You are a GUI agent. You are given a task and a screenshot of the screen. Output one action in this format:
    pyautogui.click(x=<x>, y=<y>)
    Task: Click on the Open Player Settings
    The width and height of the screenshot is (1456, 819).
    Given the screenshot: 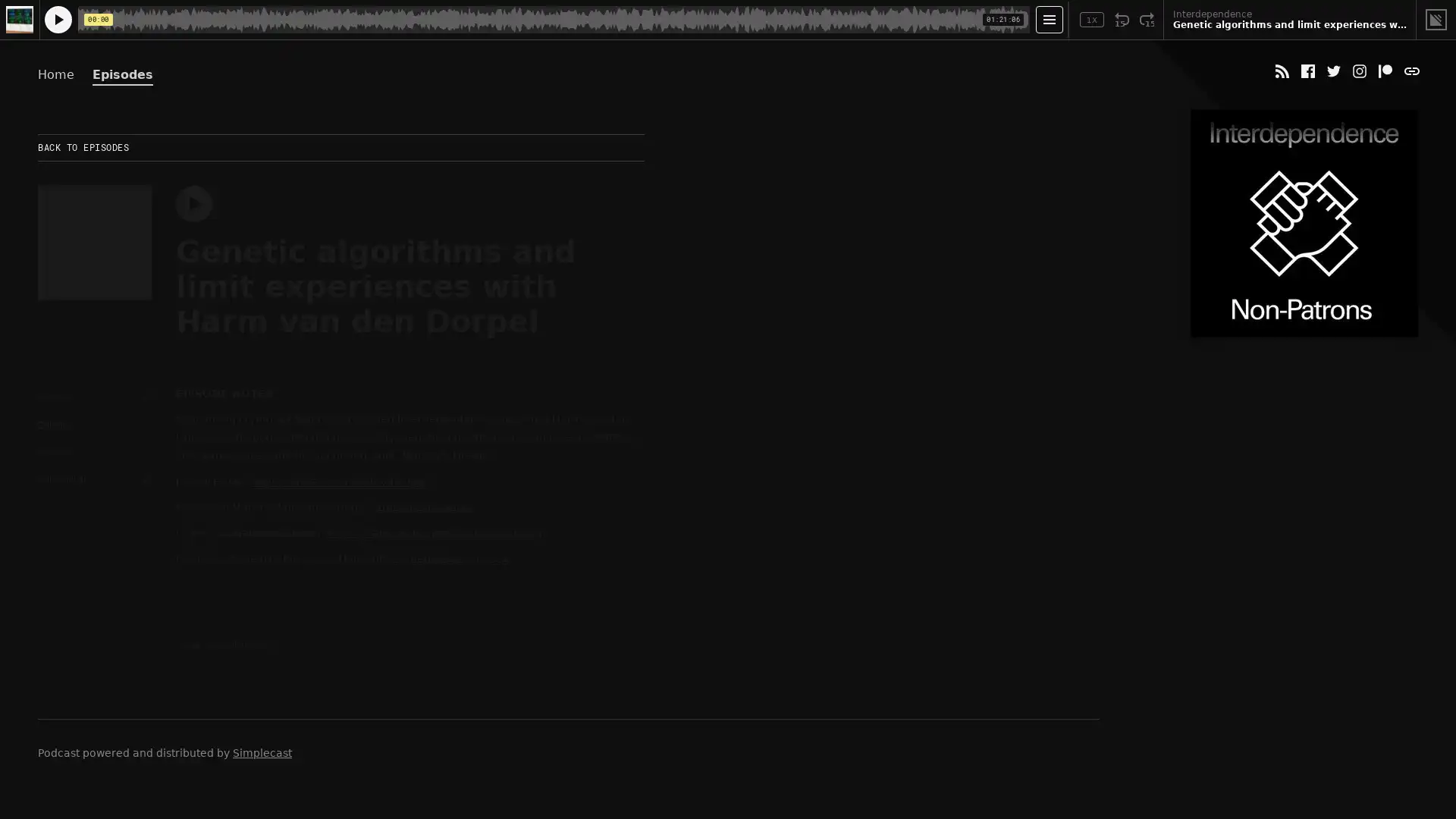 What is the action you would take?
    pyautogui.click(x=1048, y=20)
    